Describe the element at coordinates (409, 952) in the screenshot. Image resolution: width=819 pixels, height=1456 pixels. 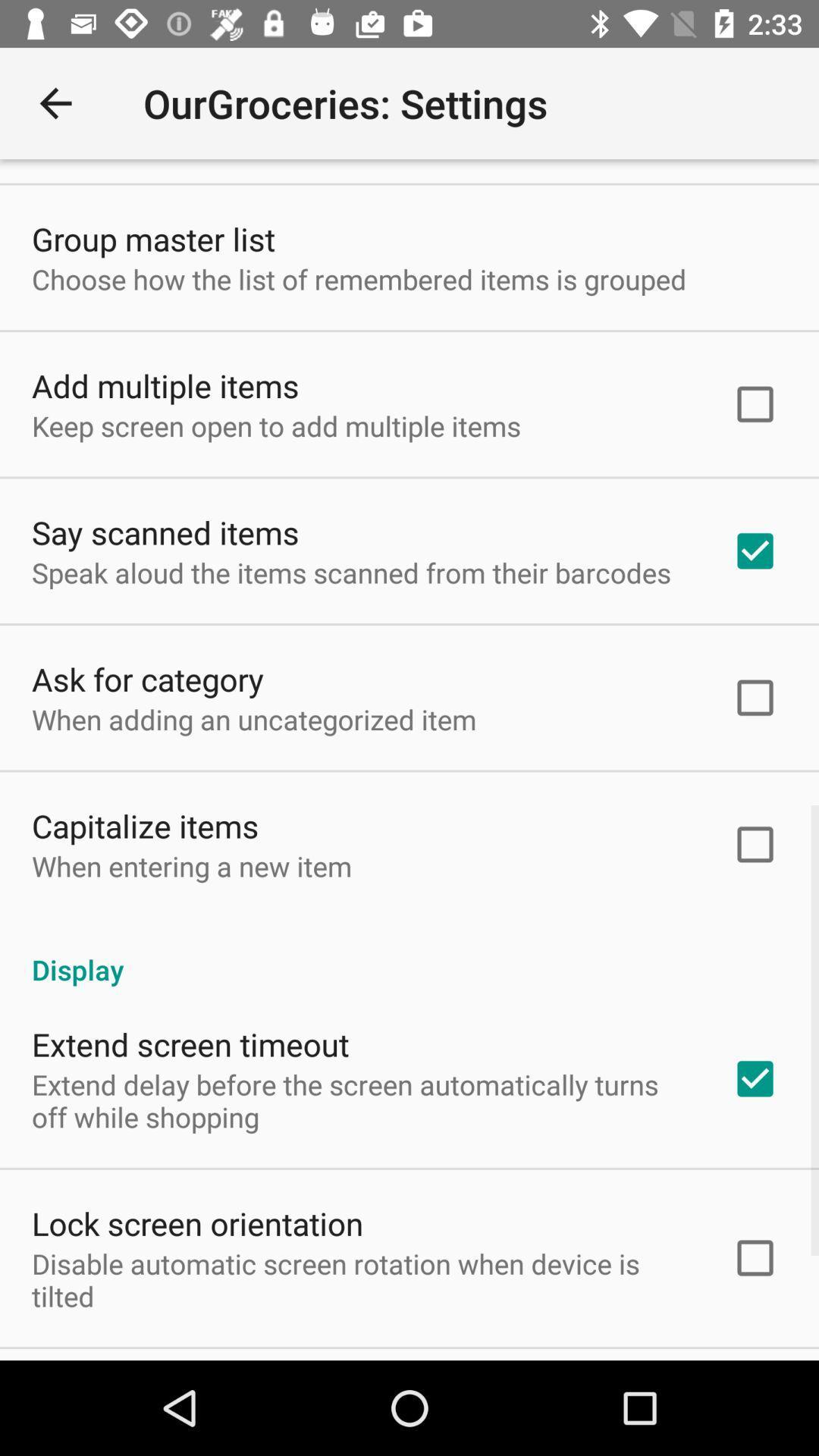
I see `item above the extend screen timeout item` at that location.